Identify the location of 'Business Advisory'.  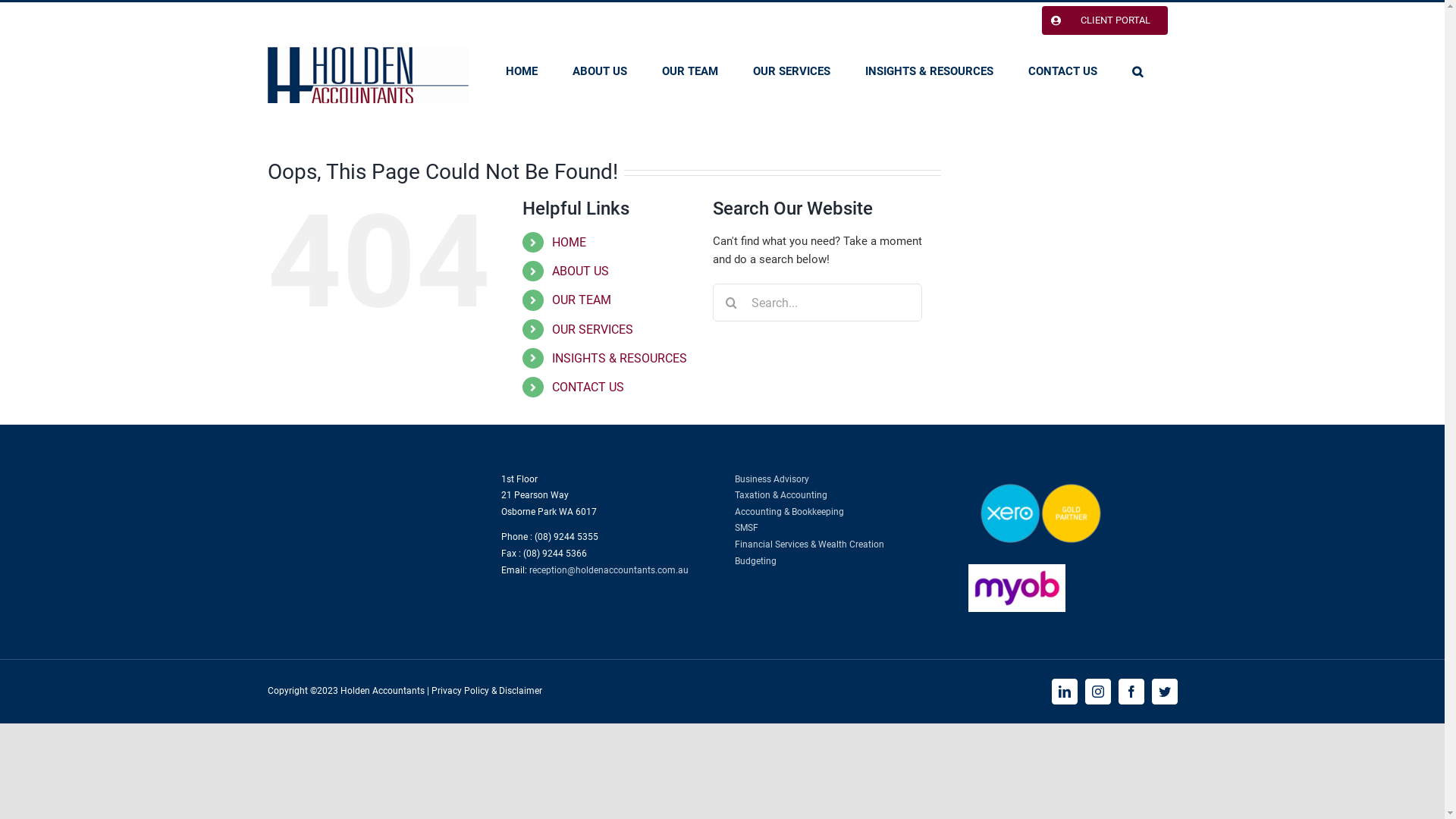
(771, 479).